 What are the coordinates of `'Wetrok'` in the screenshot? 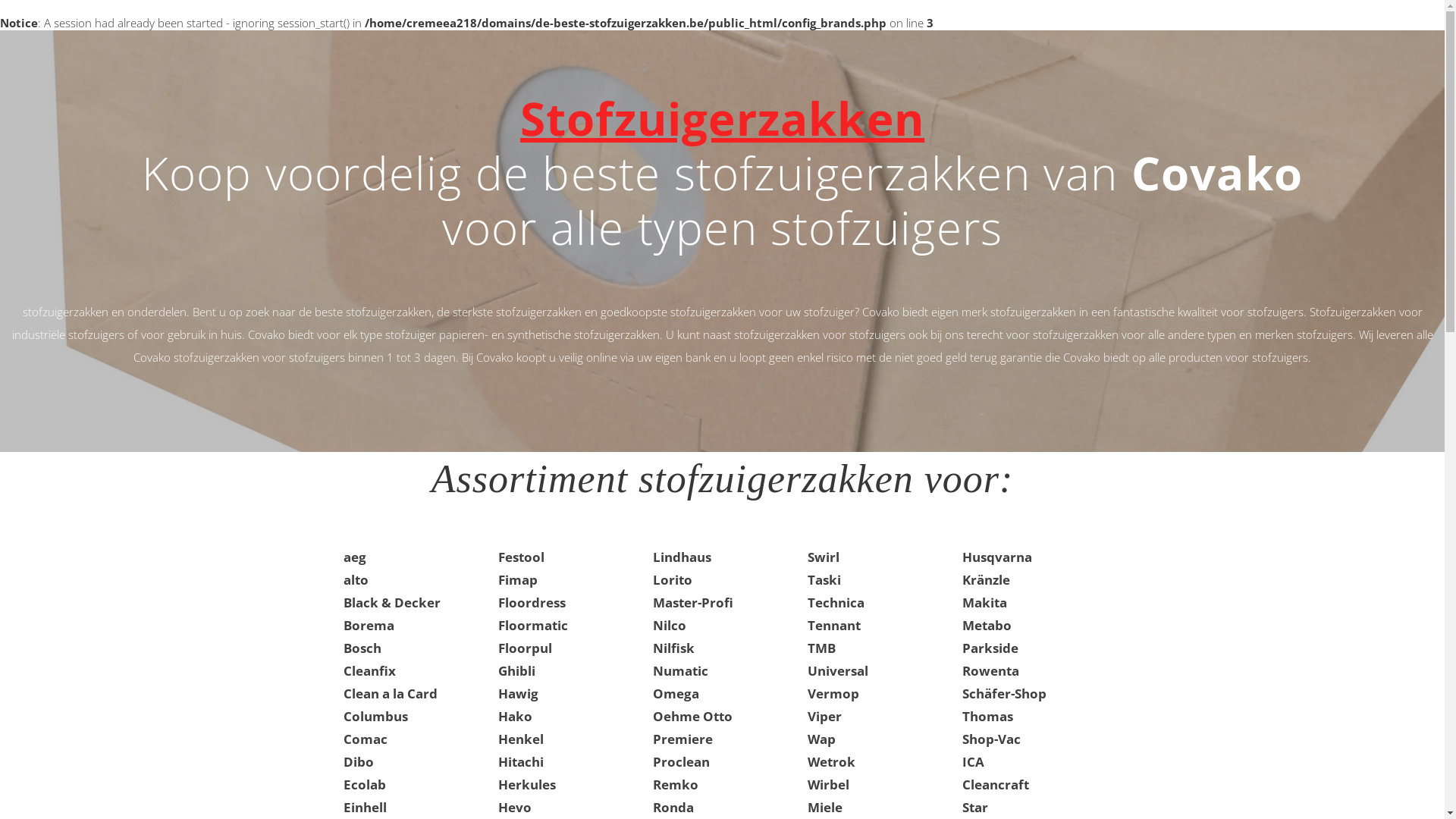 It's located at (830, 761).